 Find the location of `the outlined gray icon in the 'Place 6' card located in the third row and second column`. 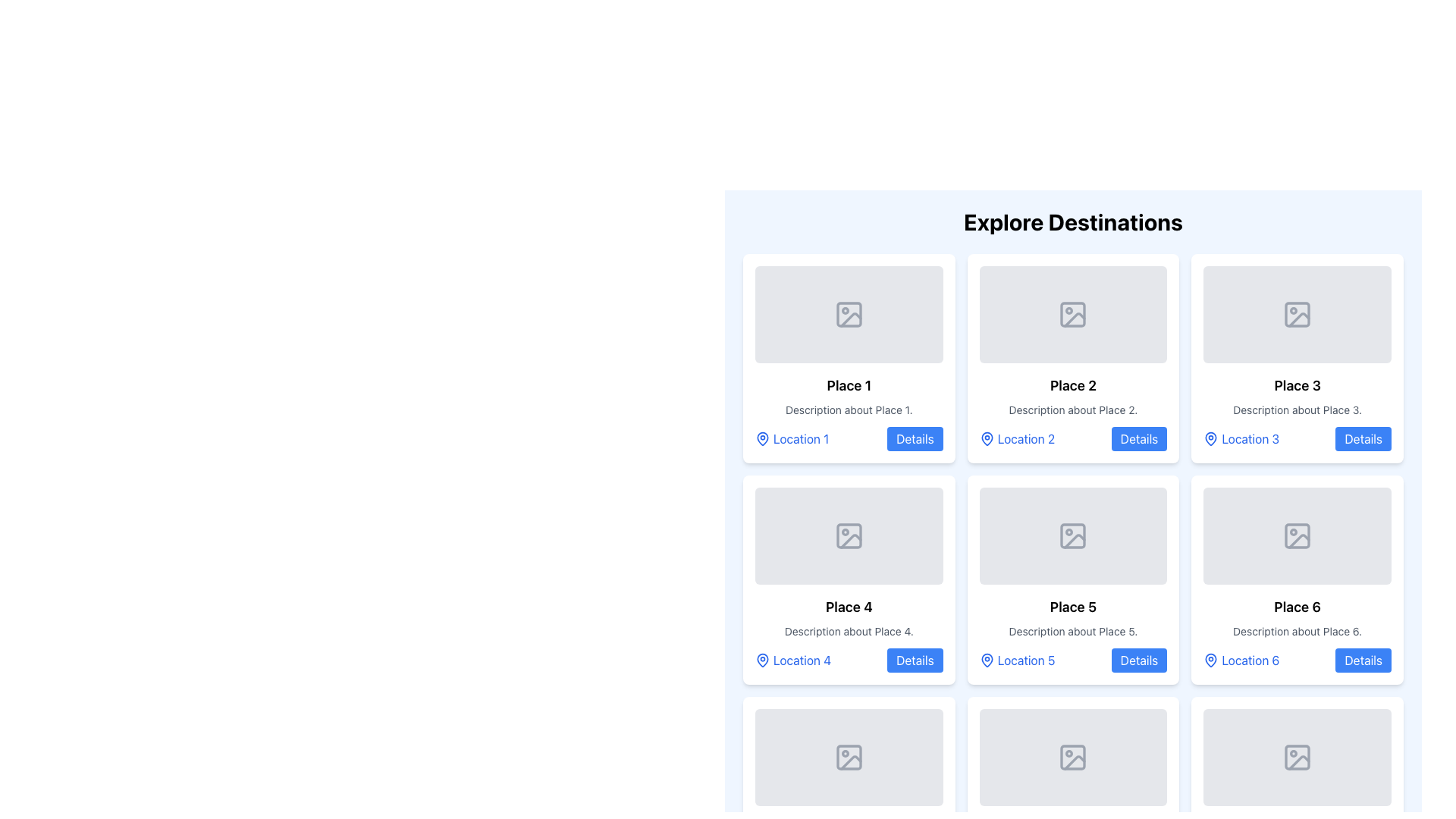

the outlined gray icon in the 'Place 6' card located in the third row and second column is located at coordinates (1297, 535).